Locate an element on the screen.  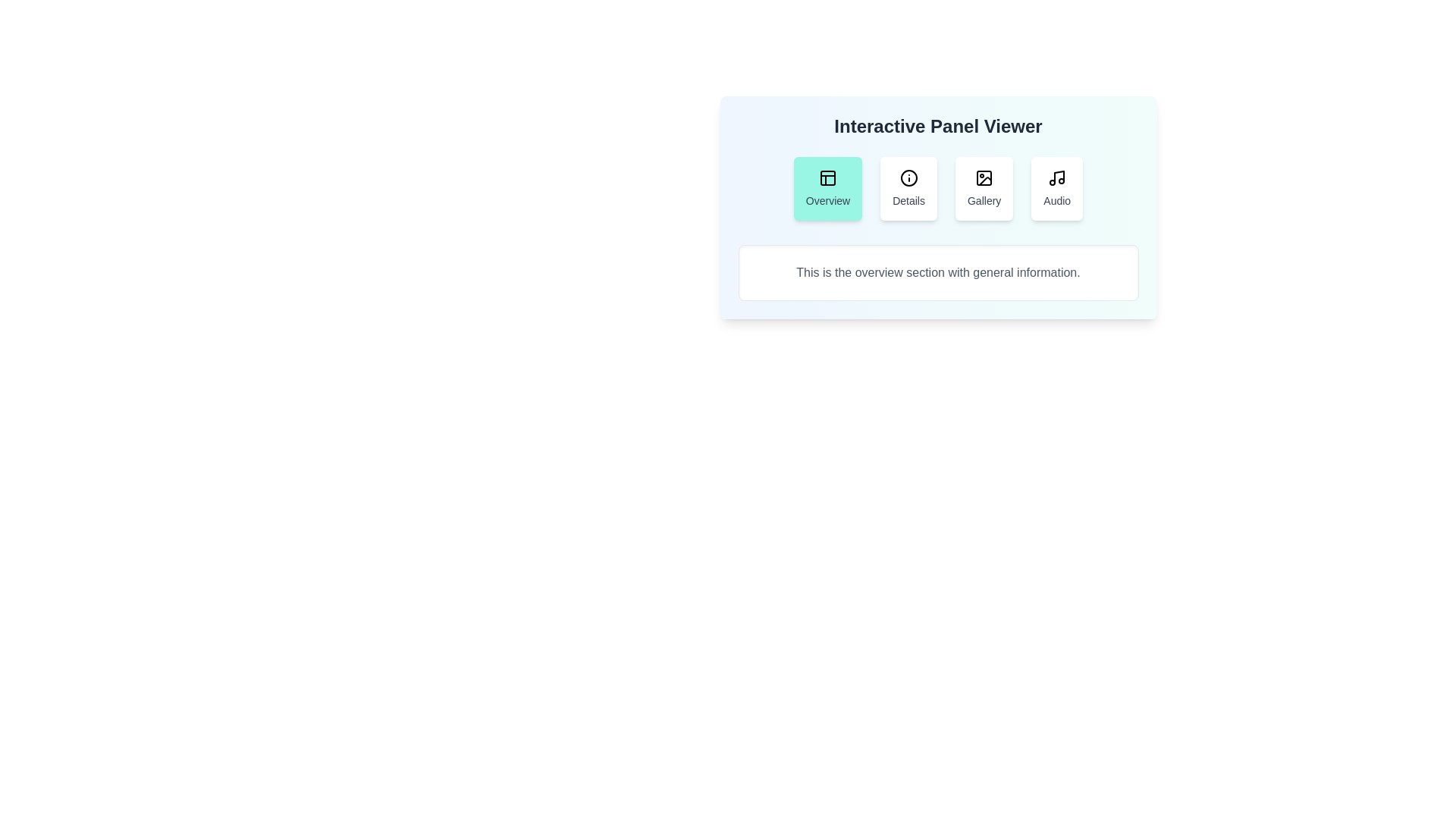
the text label that describes the associated interactive gallery button, located below the gallery image icon is located at coordinates (984, 200).